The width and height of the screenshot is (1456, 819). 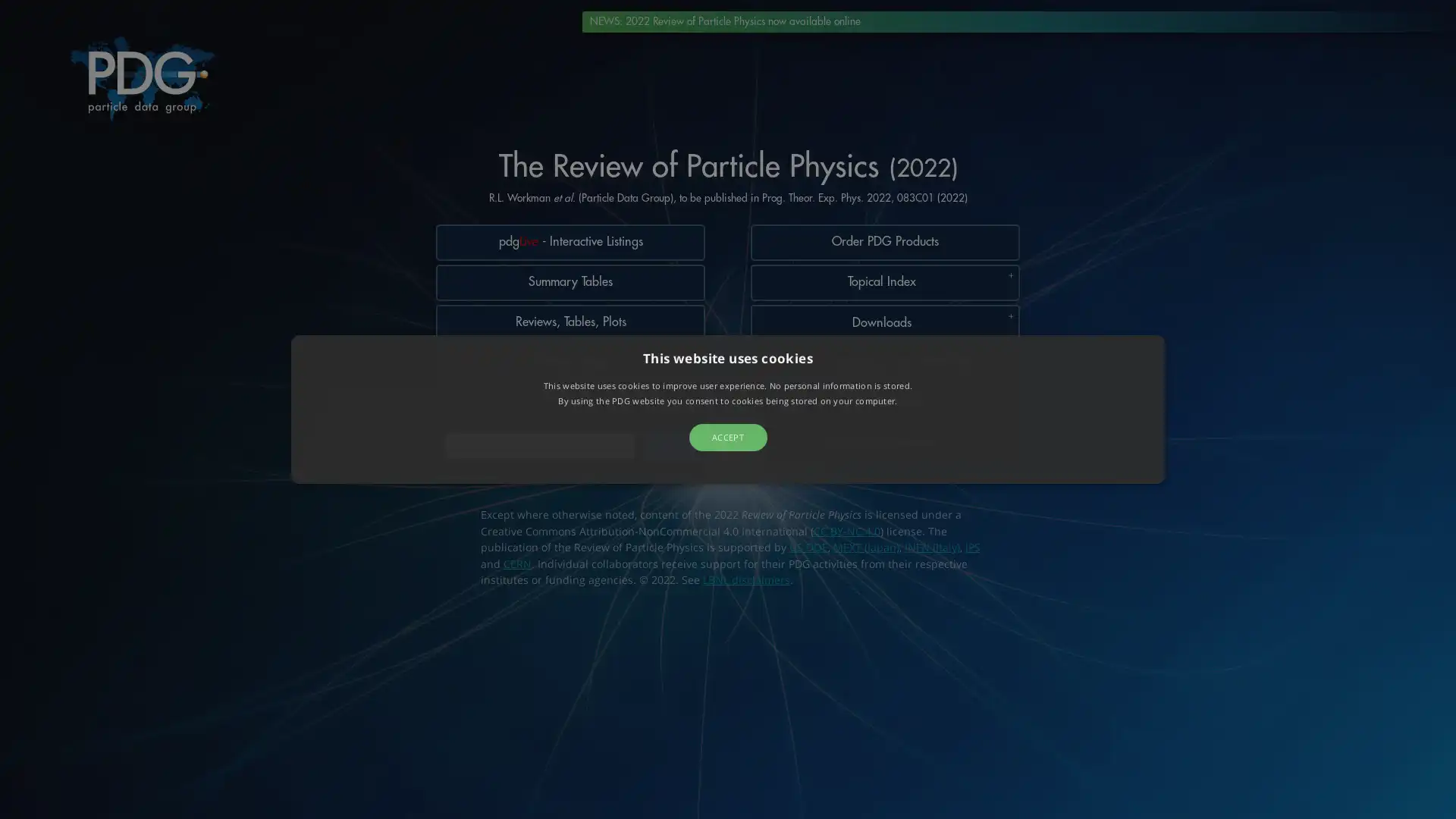 What do you see at coordinates (884, 329) in the screenshot?
I see `Downloads +` at bounding box center [884, 329].